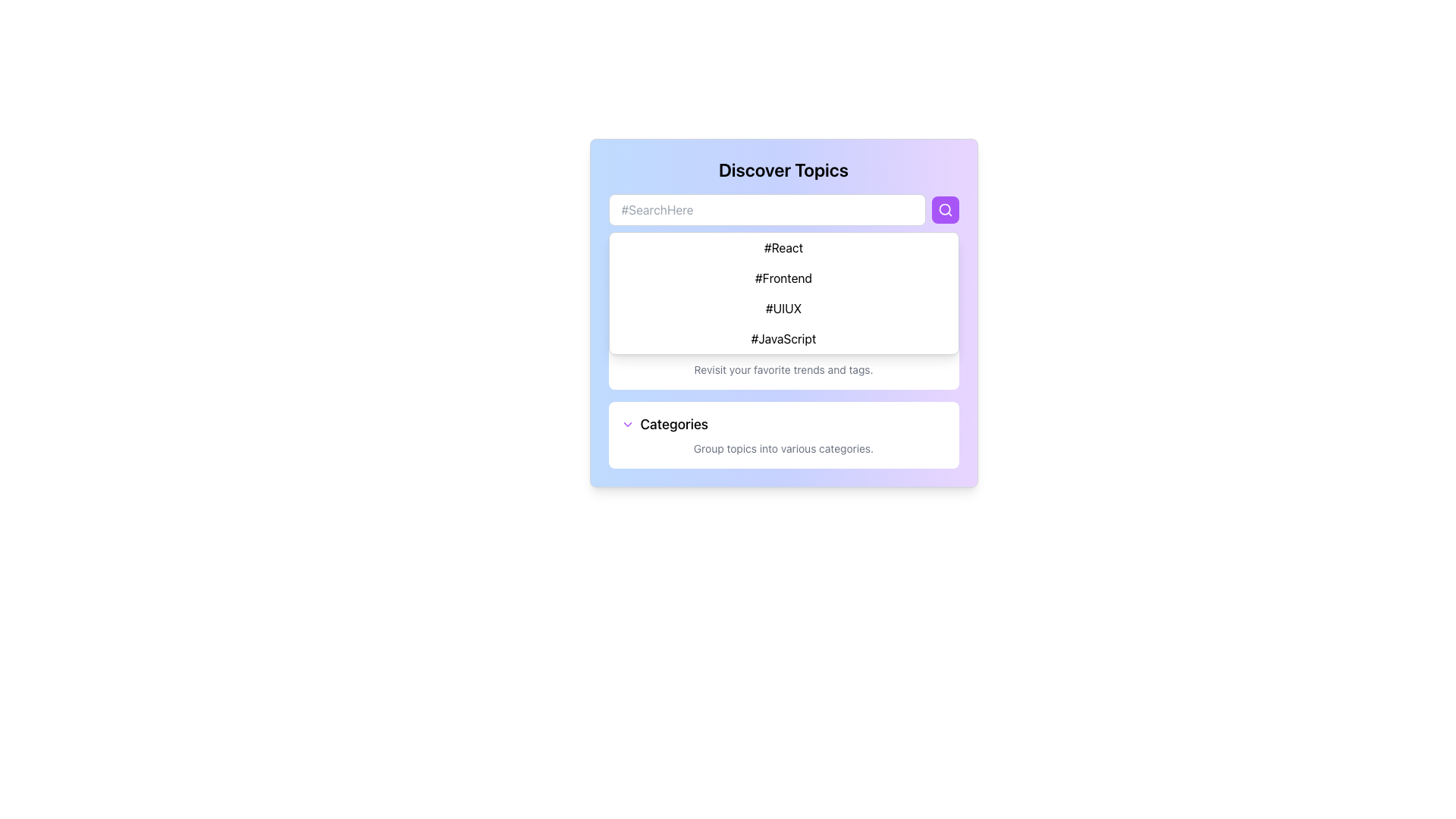 This screenshot has height=819, width=1456. What do you see at coordinates (783, 308) in the screenshot?
I see `the text label displaying the tag '#UIUX'` at bounding box center [783, 308].